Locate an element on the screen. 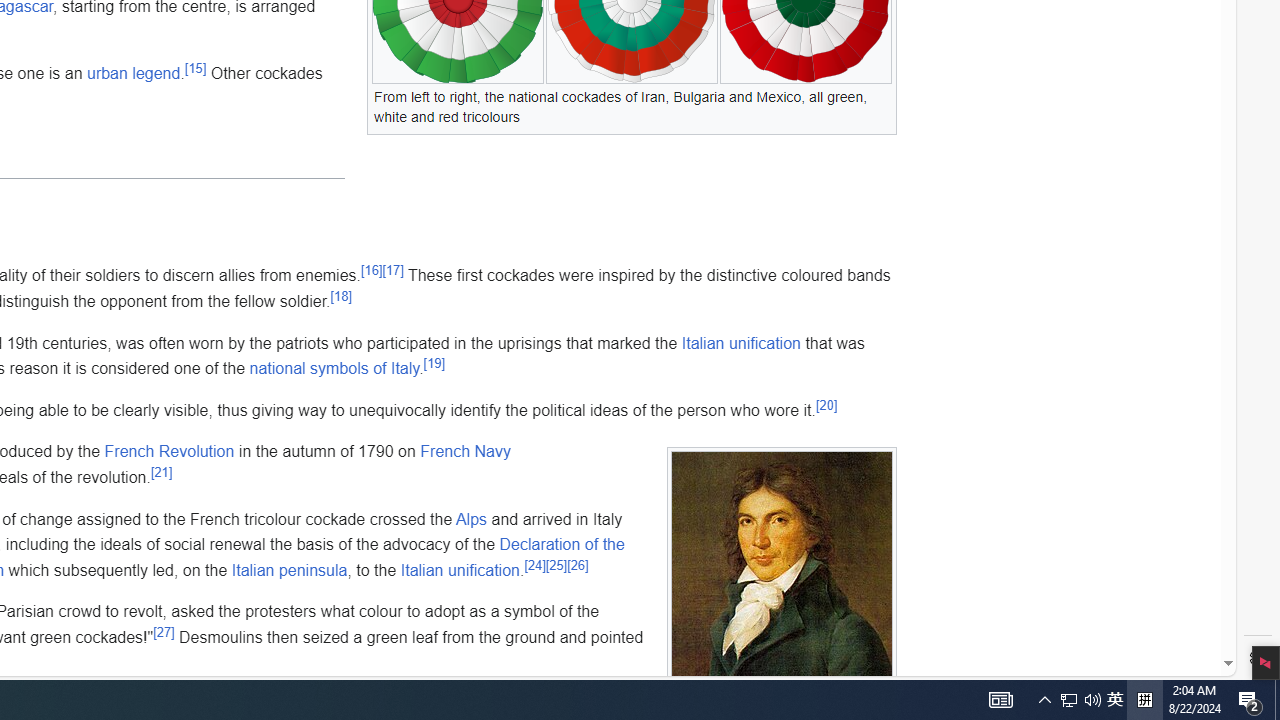 This screenshot has height=720, width=1280. '[17]' is located at coordinates (392, 271).